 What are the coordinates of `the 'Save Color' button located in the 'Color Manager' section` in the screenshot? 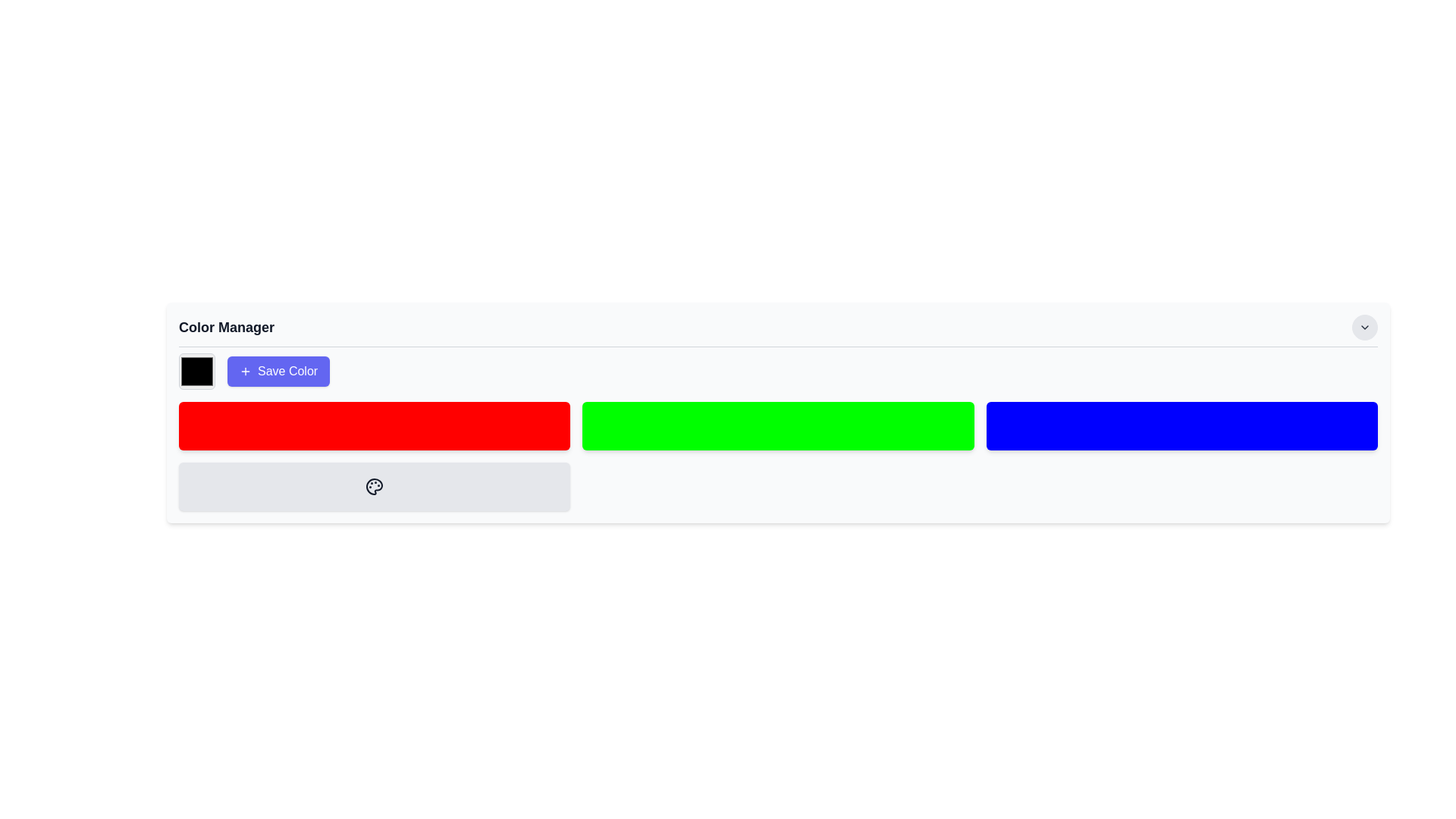 It's located at (778, 371).